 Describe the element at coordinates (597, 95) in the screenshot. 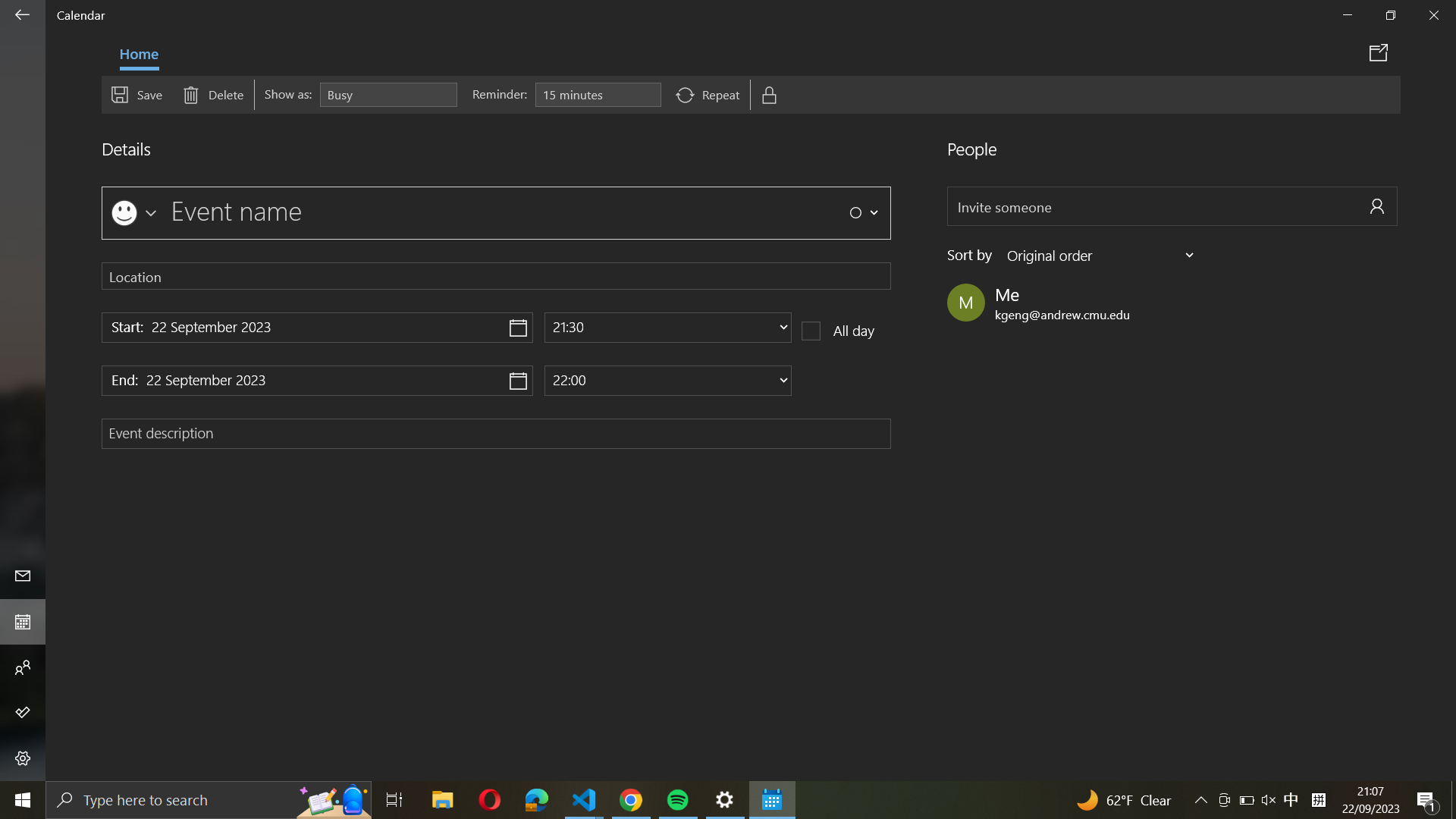

I see `up an event reminder` at that location.